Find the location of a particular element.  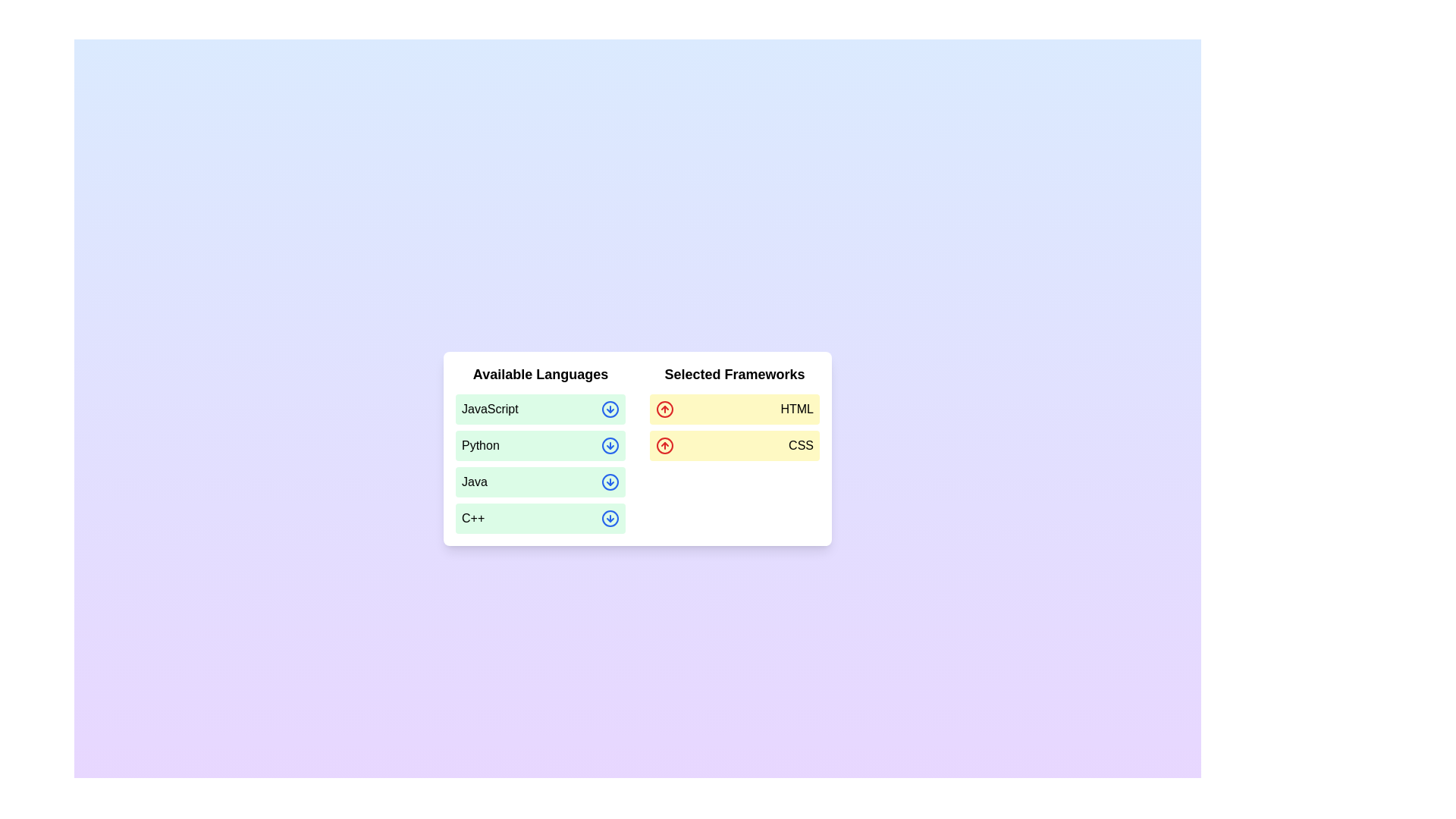

the icon corresponding to Java is located at coordinates (610, 482).